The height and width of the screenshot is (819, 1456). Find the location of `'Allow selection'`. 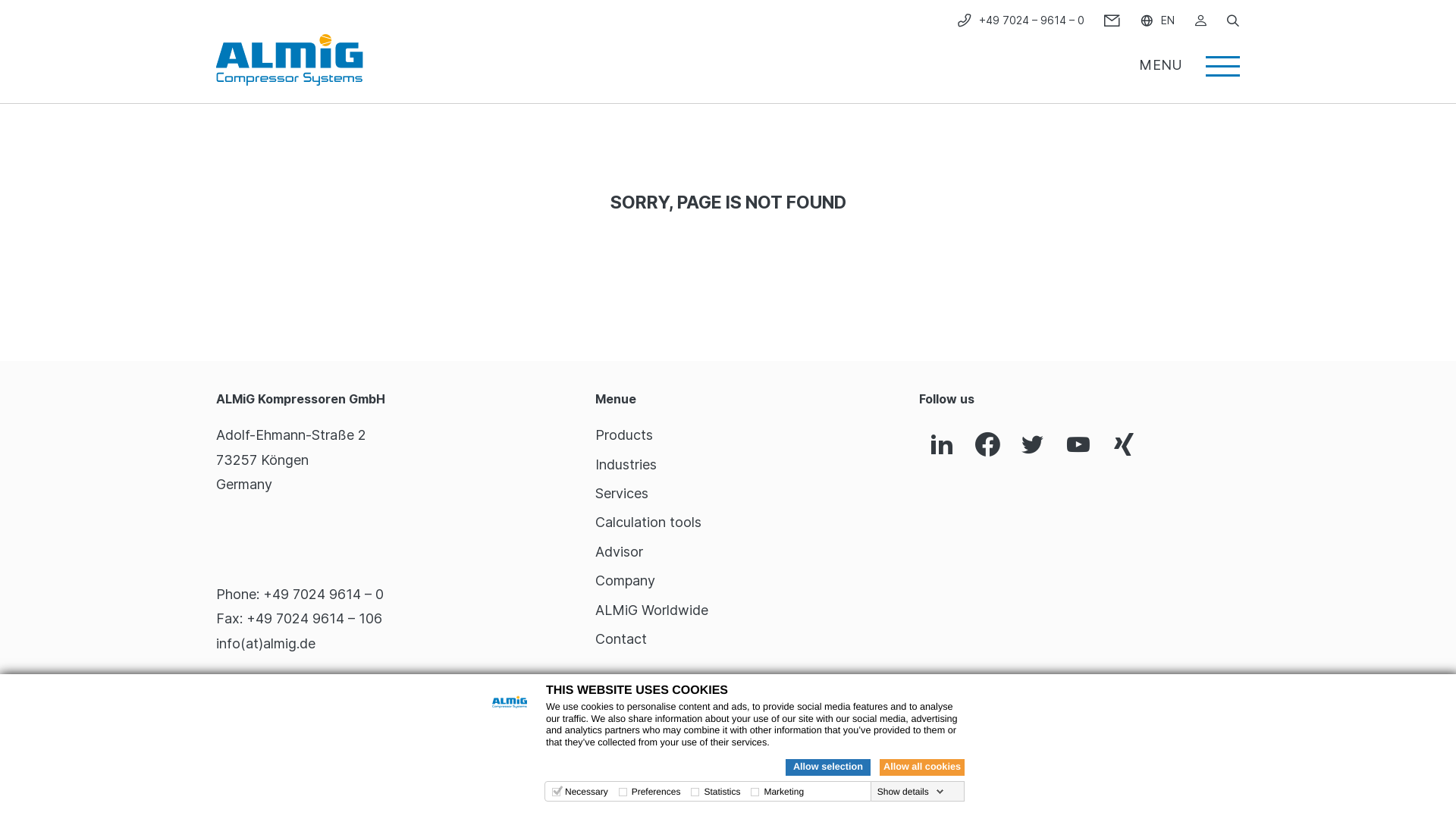

'Allow selection' is located at coordinates (827, 767).